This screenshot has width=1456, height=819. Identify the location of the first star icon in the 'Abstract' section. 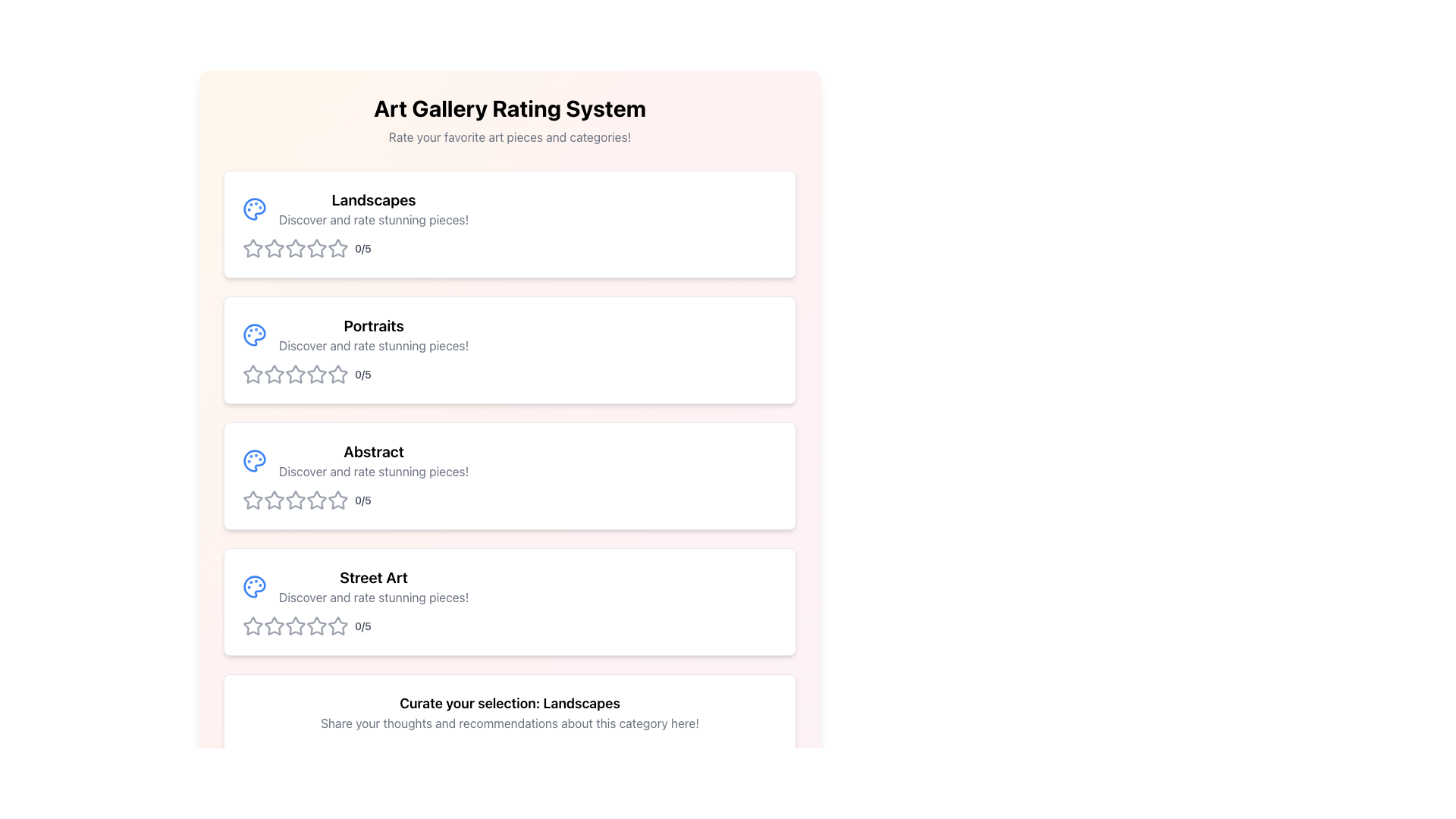
(274, 500).